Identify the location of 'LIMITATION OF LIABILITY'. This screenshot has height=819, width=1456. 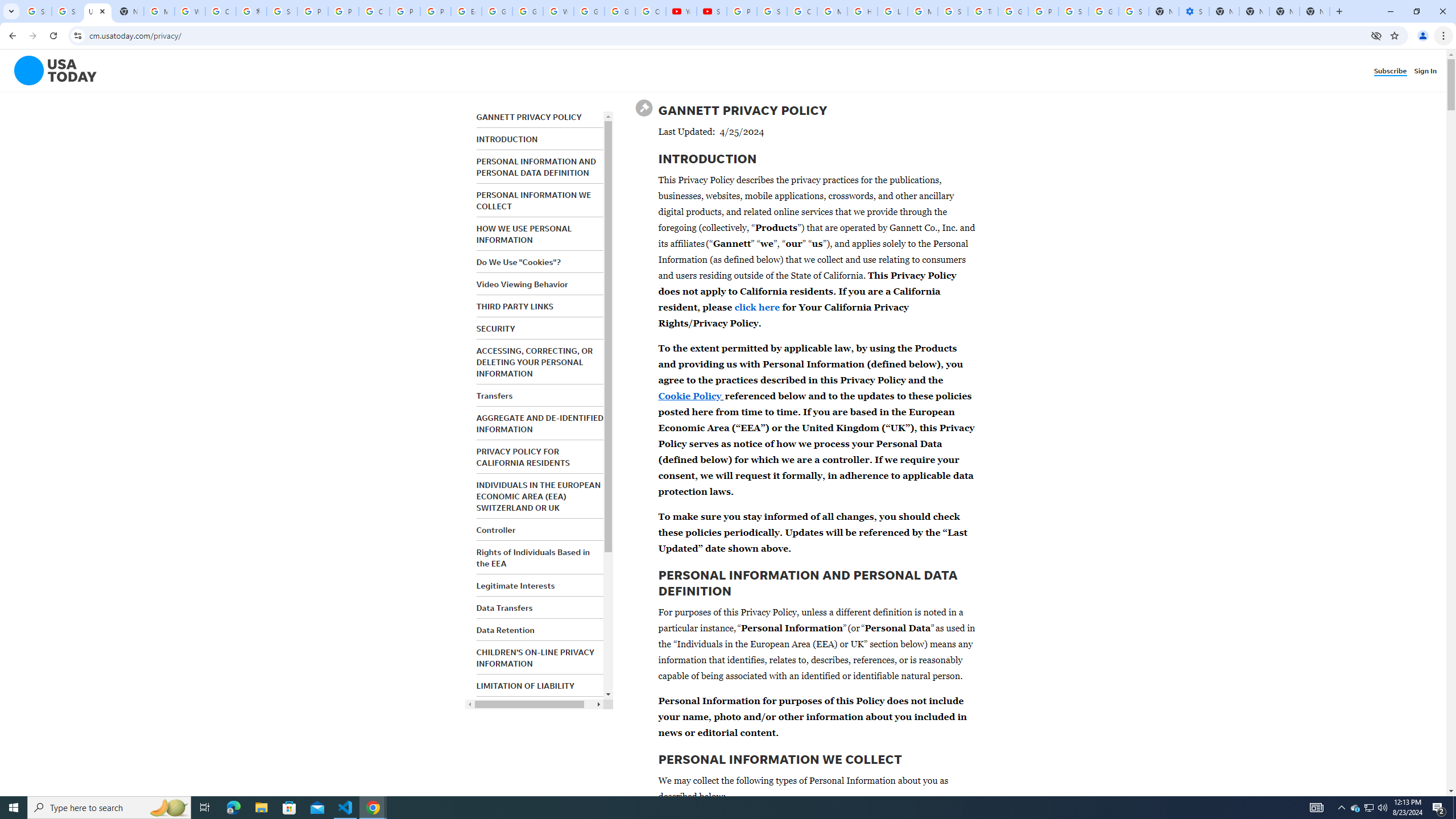
(526, 686).